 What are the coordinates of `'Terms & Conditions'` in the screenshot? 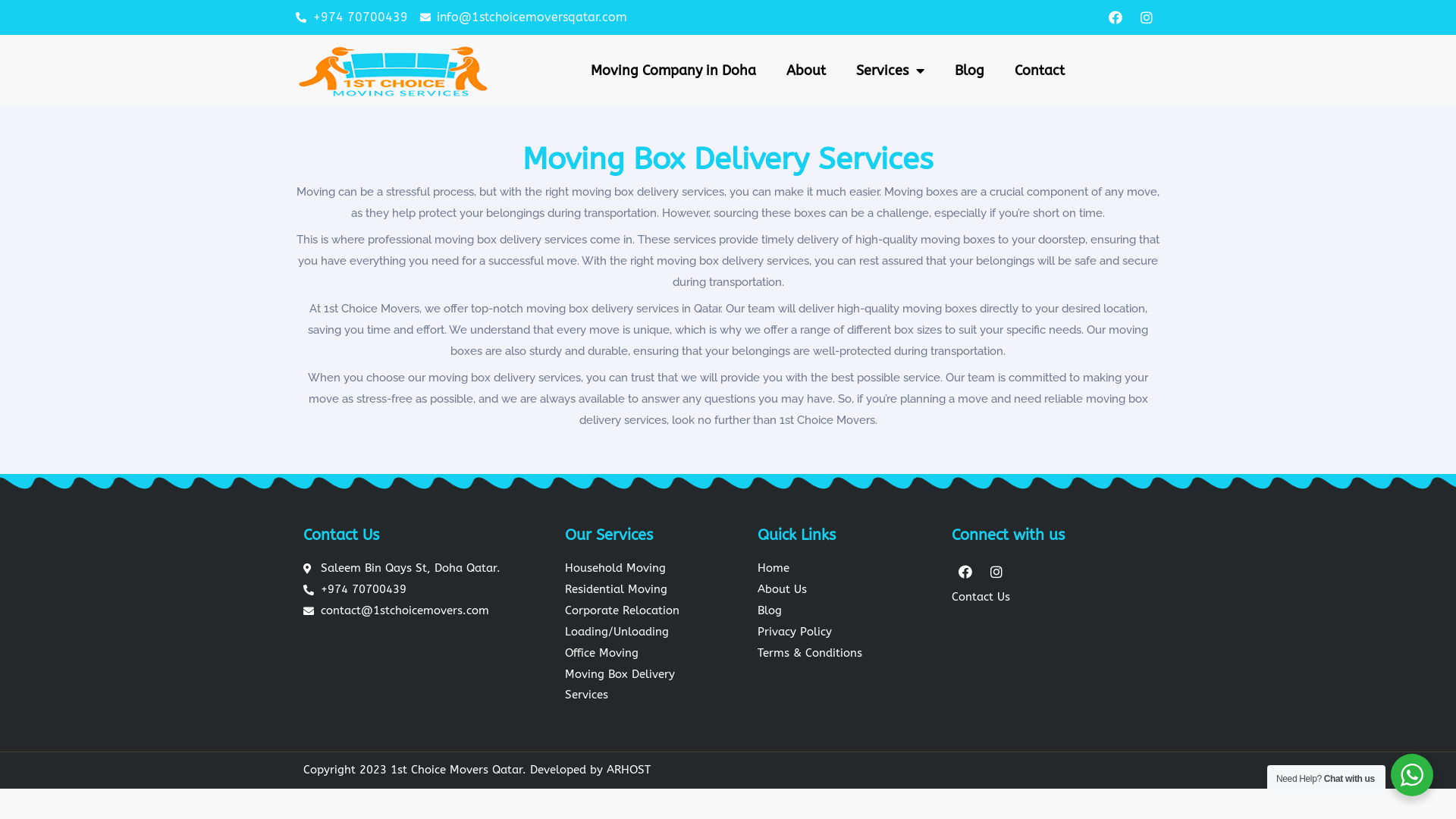 It's located at (846, 652).